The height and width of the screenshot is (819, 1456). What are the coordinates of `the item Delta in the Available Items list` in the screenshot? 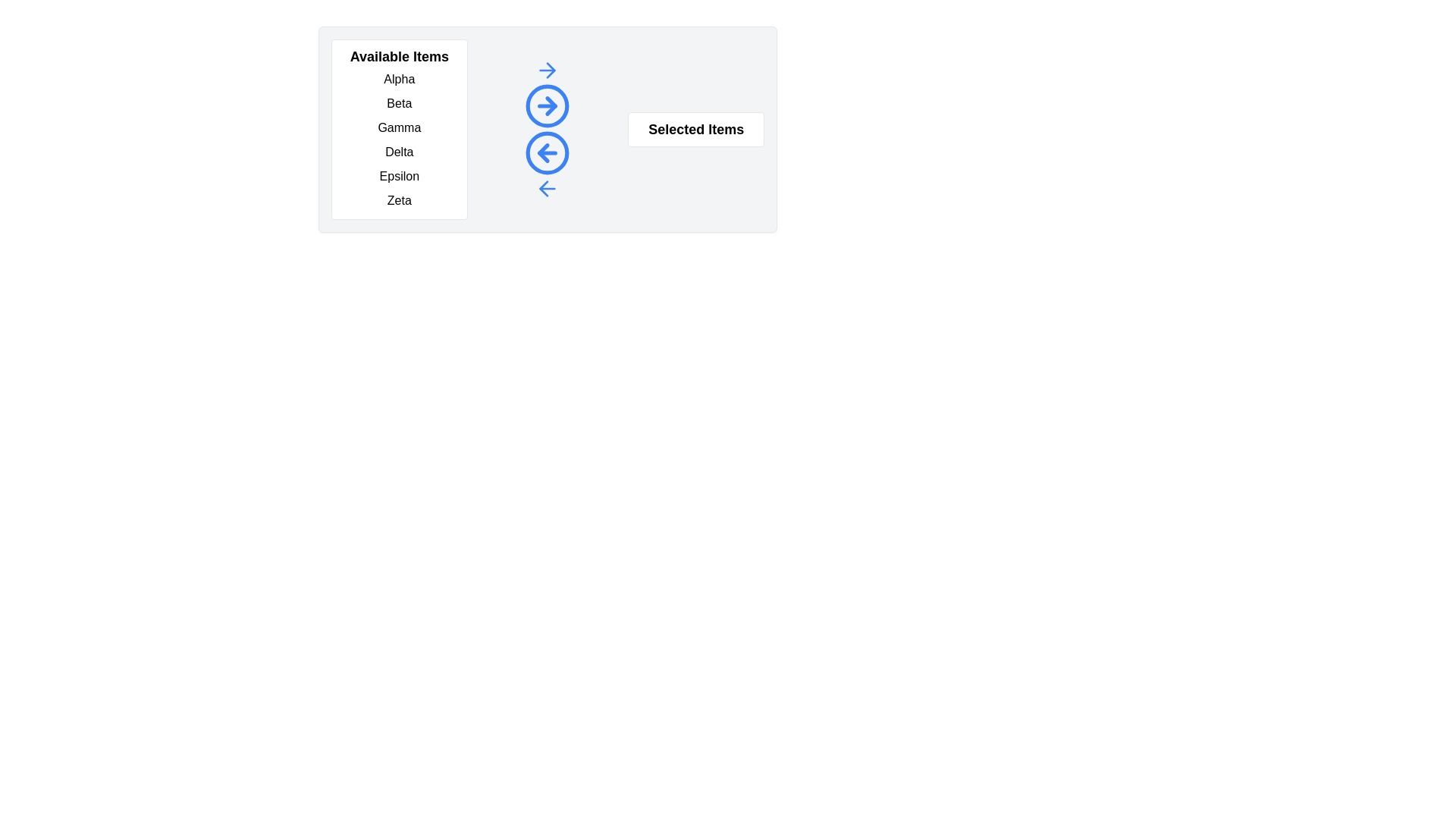 It's located at (399, 152).